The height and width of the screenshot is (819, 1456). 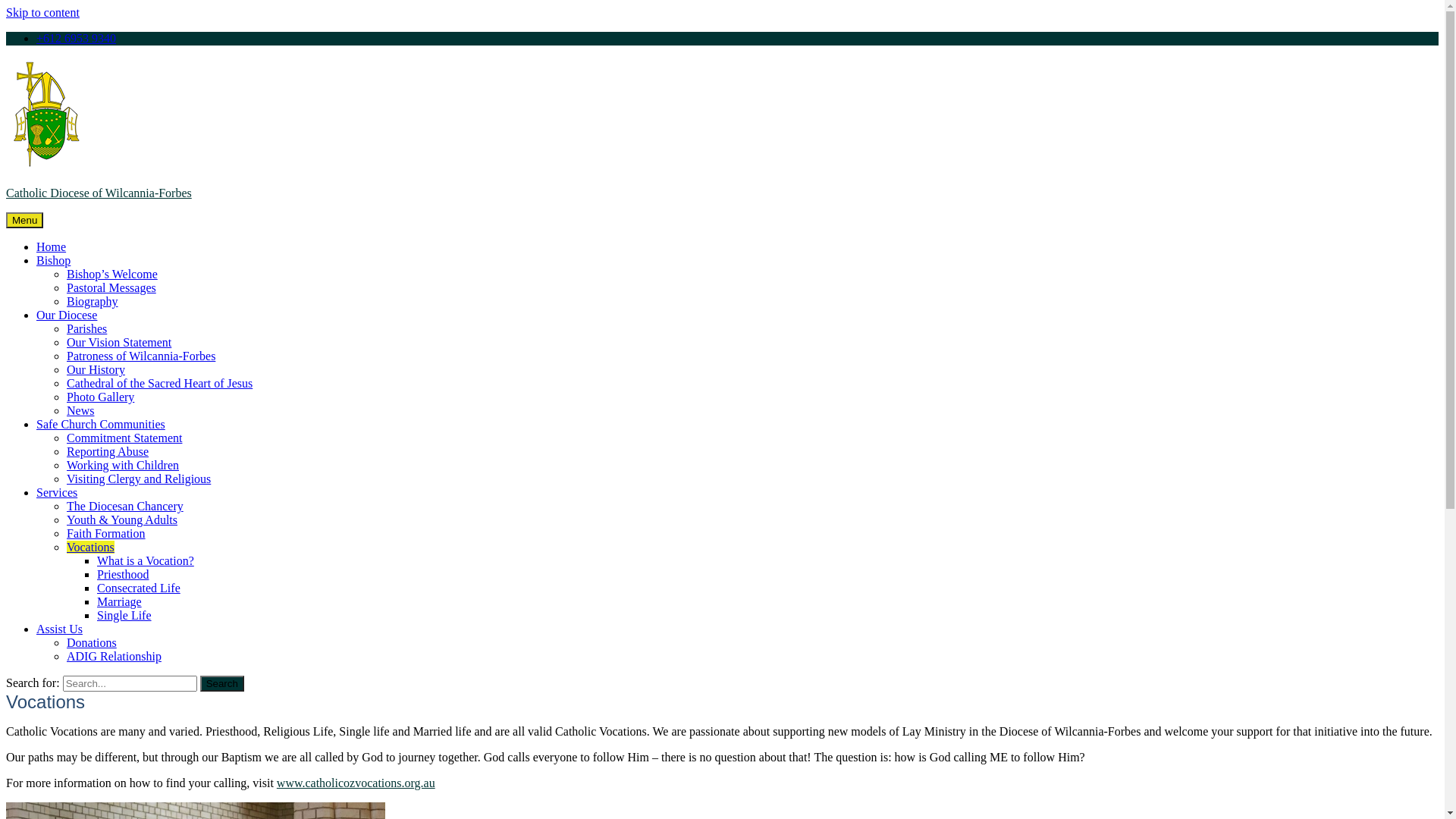 I want to click on 'Working with Children', so click(x=123, y=464).